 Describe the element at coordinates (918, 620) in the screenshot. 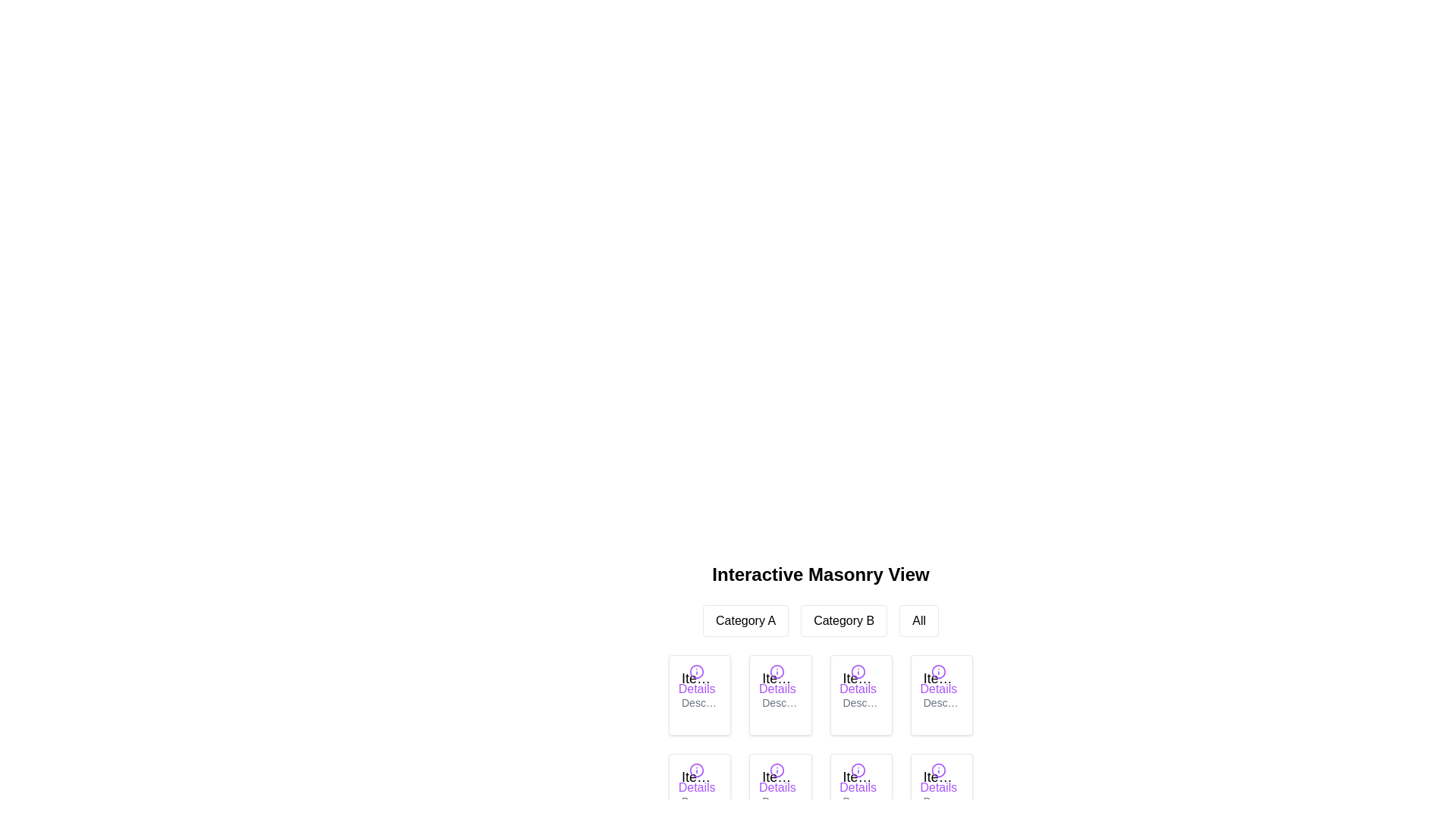

I see `the rectangular button labeled 'All' to filter content, which is the third button in a horizontal row of buttons below the heading 'Interactive Masonry View'` at that location.